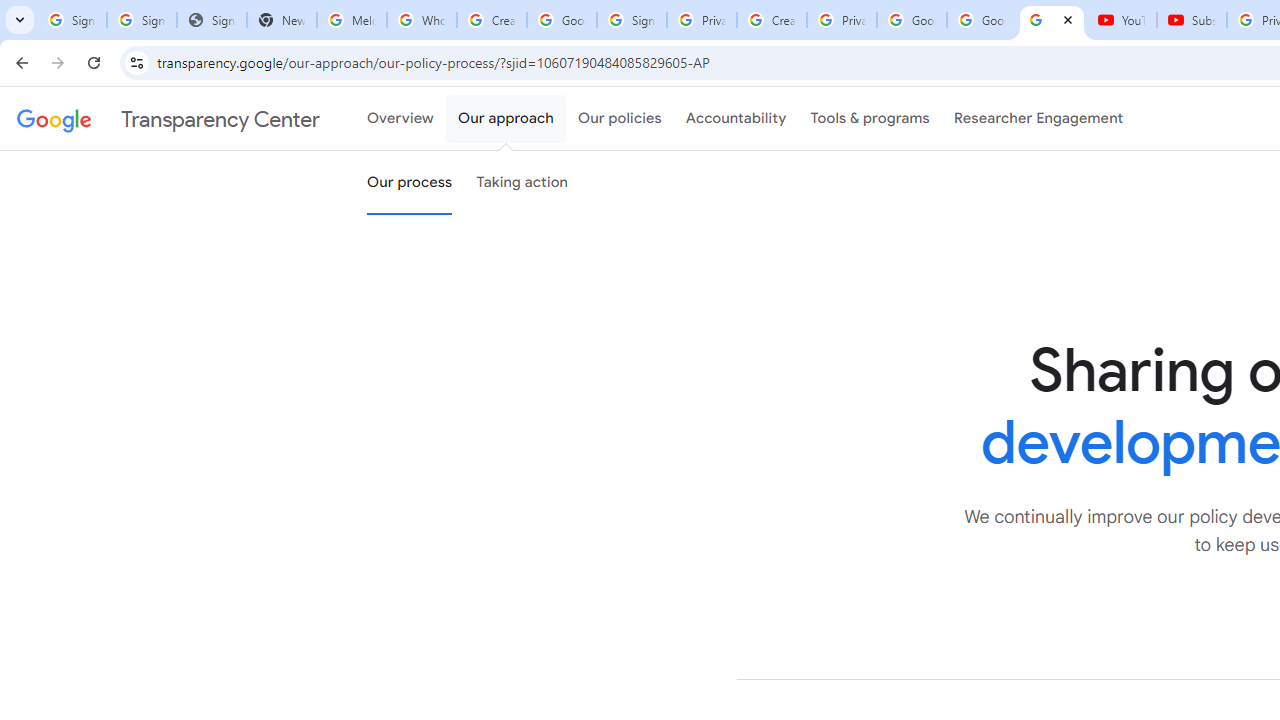 This screenshot has width=1280, height=720. What do you see at coordinates (408, 183) in the screenshot?
I see `'Our process'` at bounding box center [408, 183].